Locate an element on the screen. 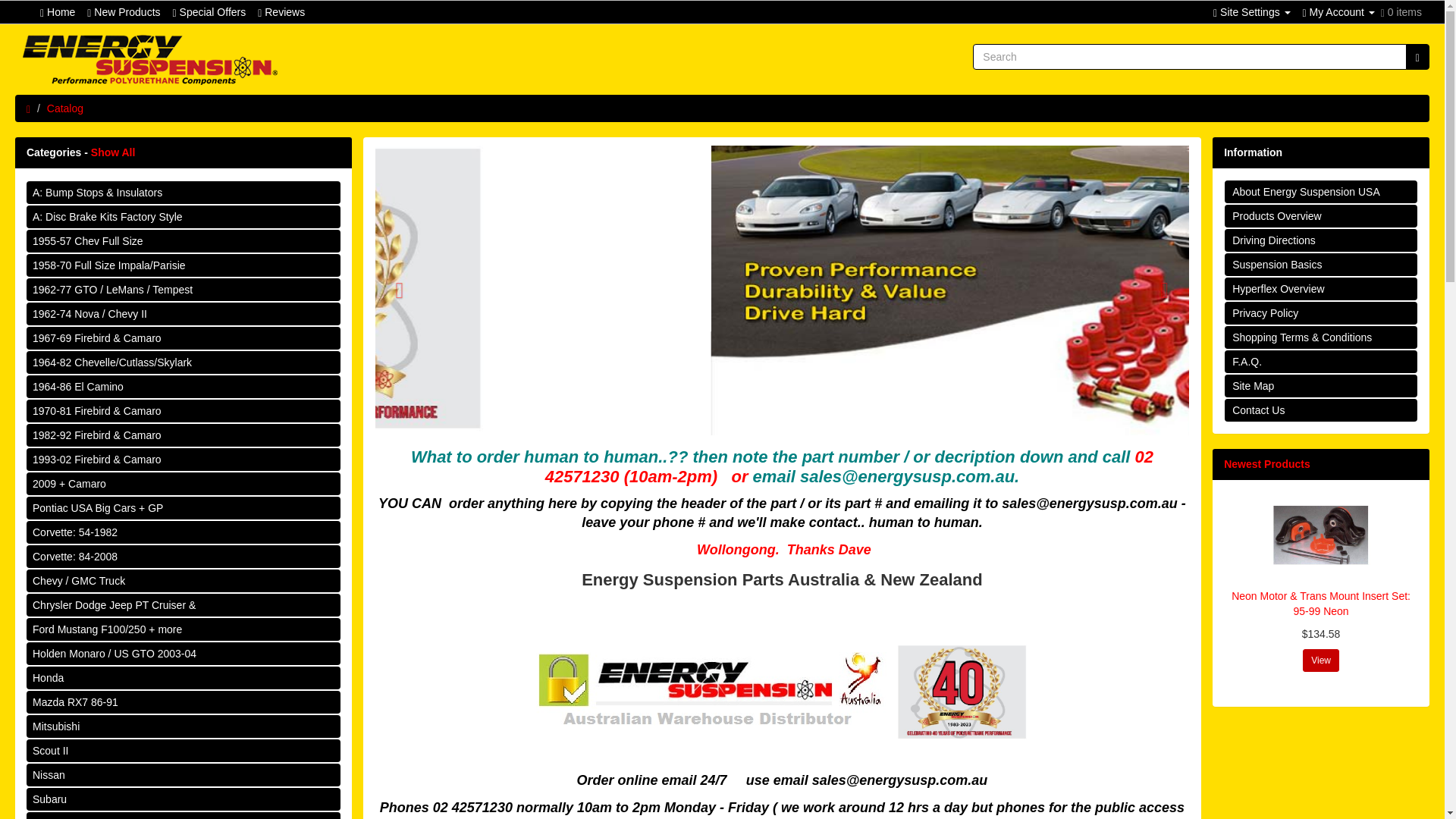  'Nissan' is located at coordinates (26, 775).